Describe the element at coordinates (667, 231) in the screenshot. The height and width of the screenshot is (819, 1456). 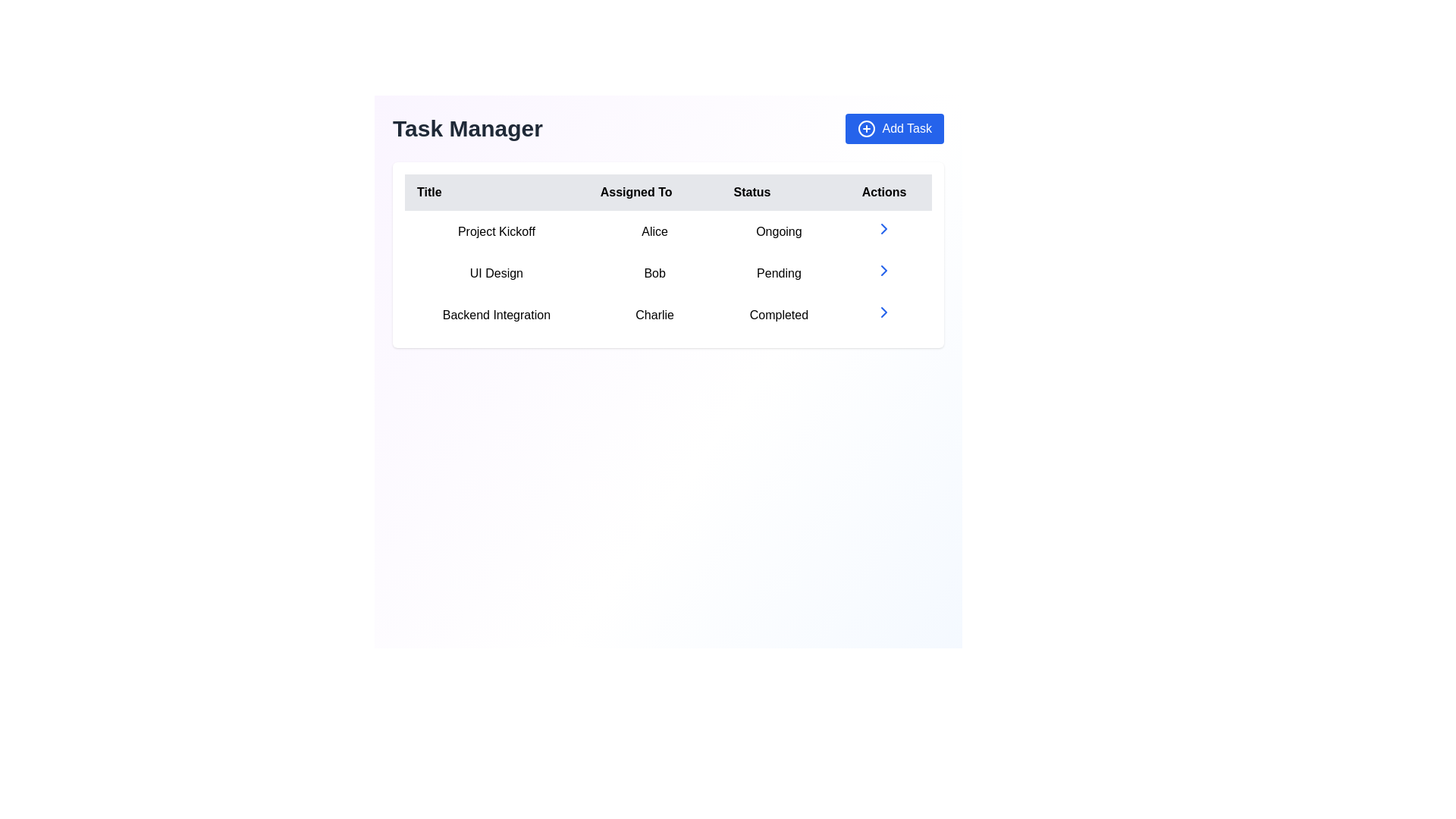
I see `the first row of the task table, which displays the task's title, assigned person, and current status` at that location.